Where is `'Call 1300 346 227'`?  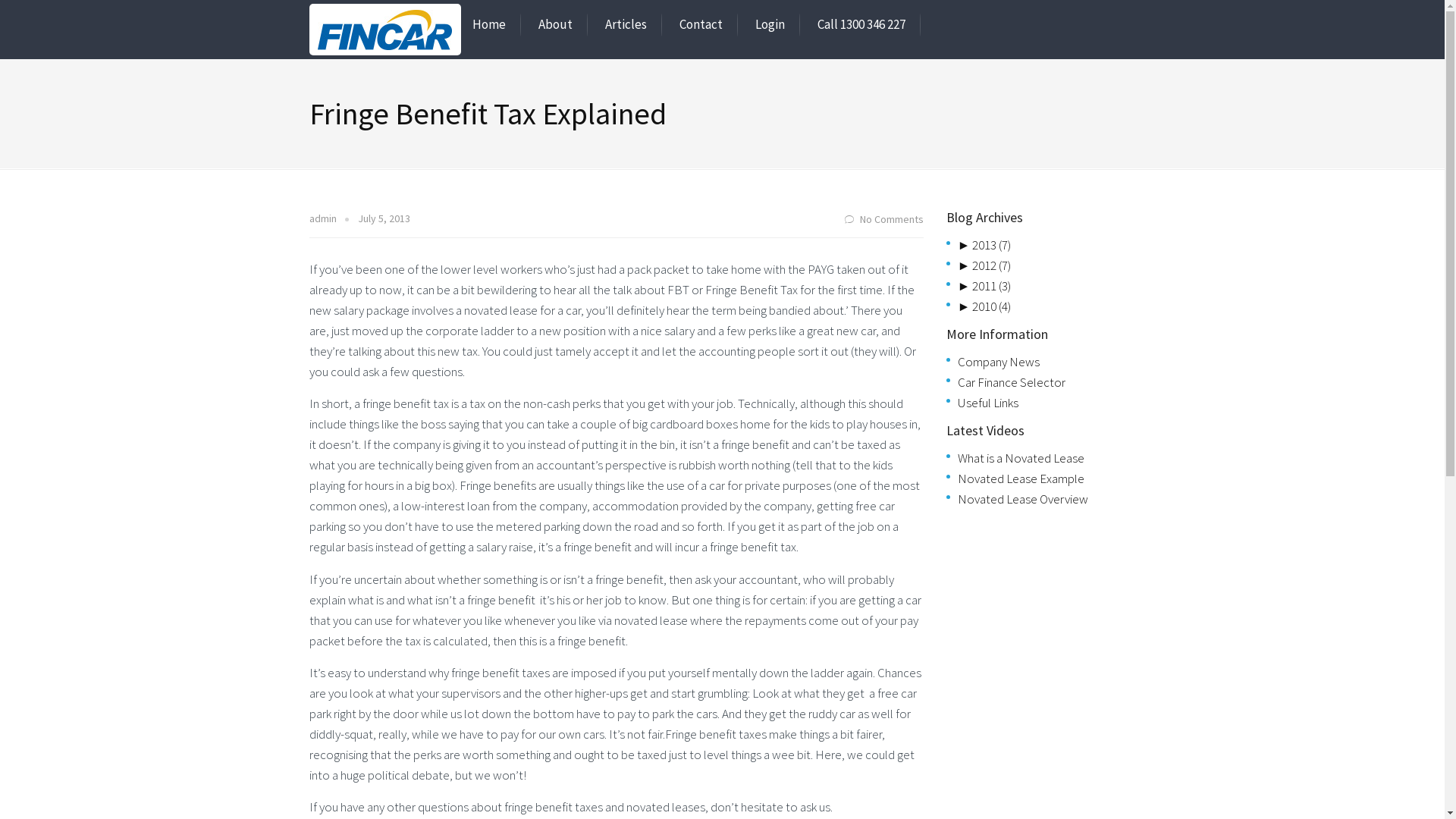
'Call 1300 346 227' is located at coordinates (817, 24).